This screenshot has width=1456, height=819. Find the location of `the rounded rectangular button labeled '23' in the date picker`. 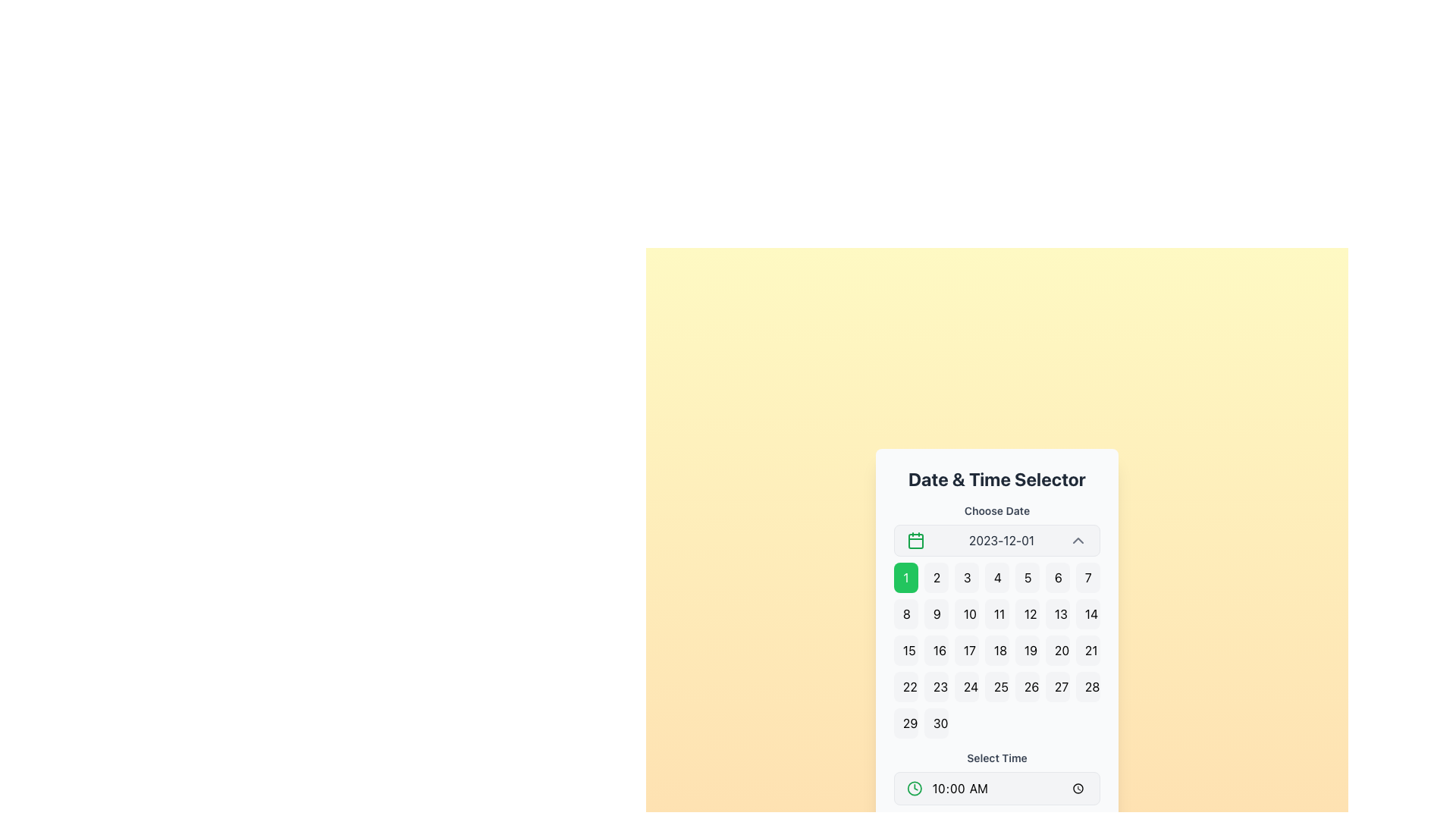

the rounded rectangular button labeled '23' in the date picker is located at coordinates (935, 687).